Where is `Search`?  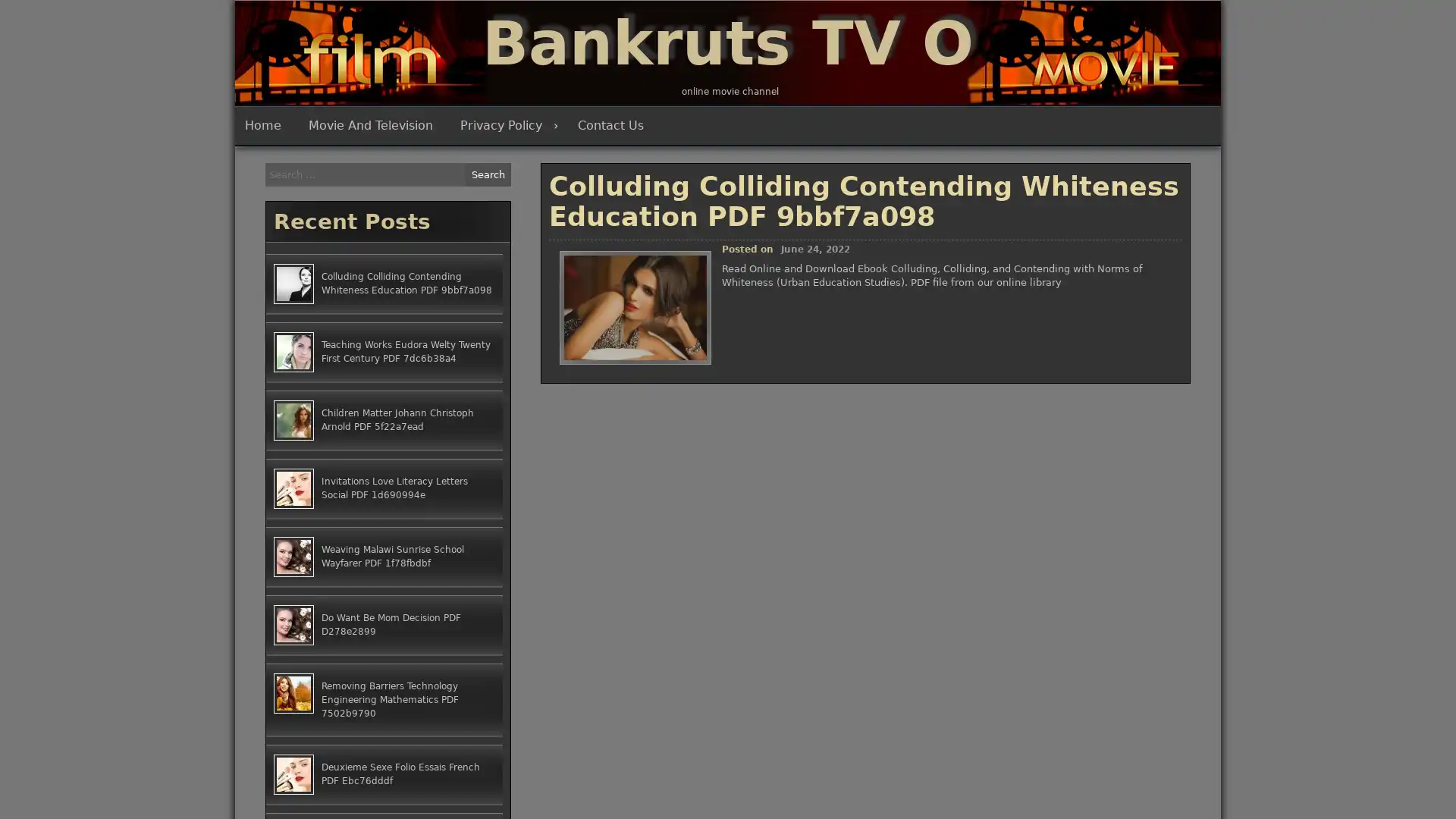 Search is located at coordinates (488, 174).